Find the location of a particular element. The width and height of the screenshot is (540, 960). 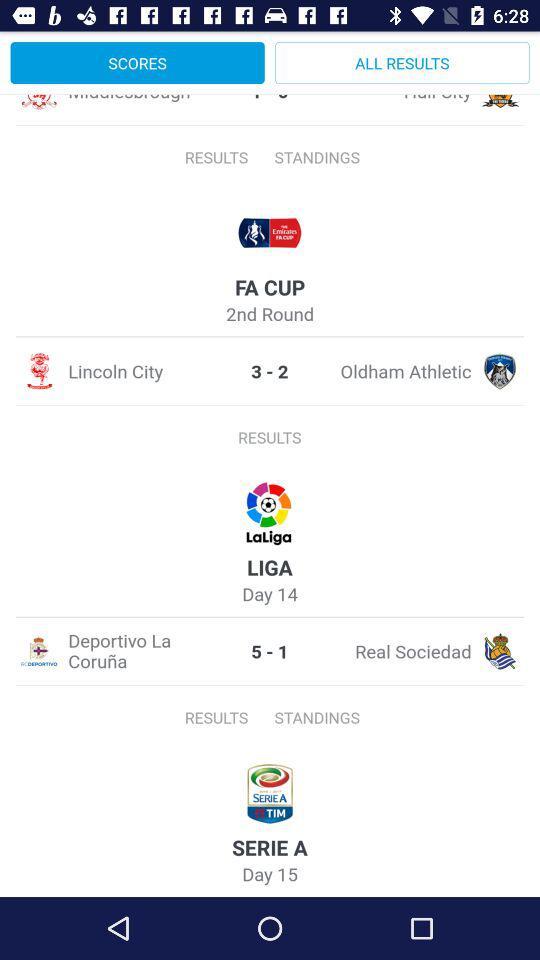

the all results icon is located at coordinates (402, 62).